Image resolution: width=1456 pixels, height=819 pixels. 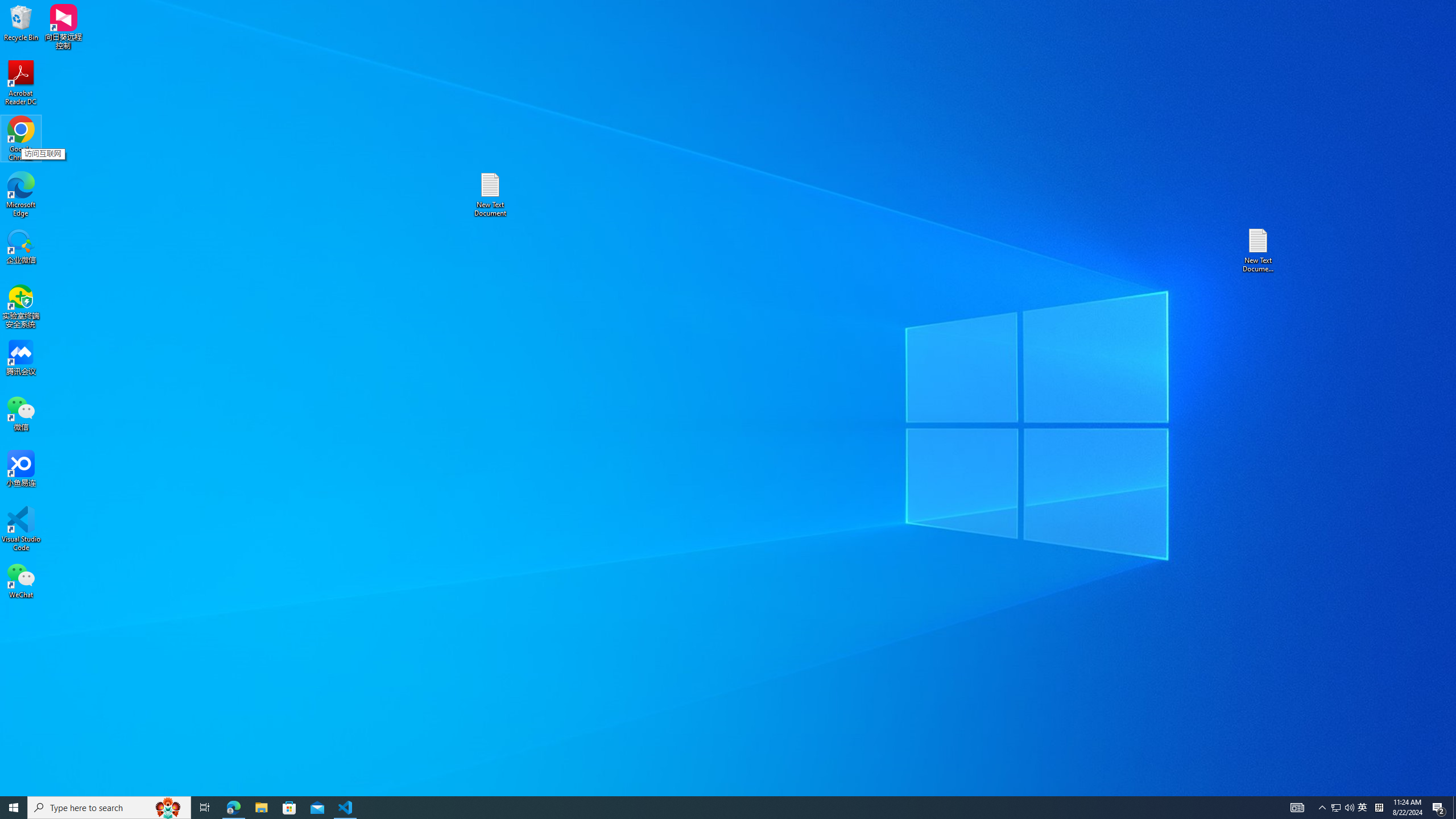 I want to click on 'User Promoted Notification Area', so click(x=1342, y=806).